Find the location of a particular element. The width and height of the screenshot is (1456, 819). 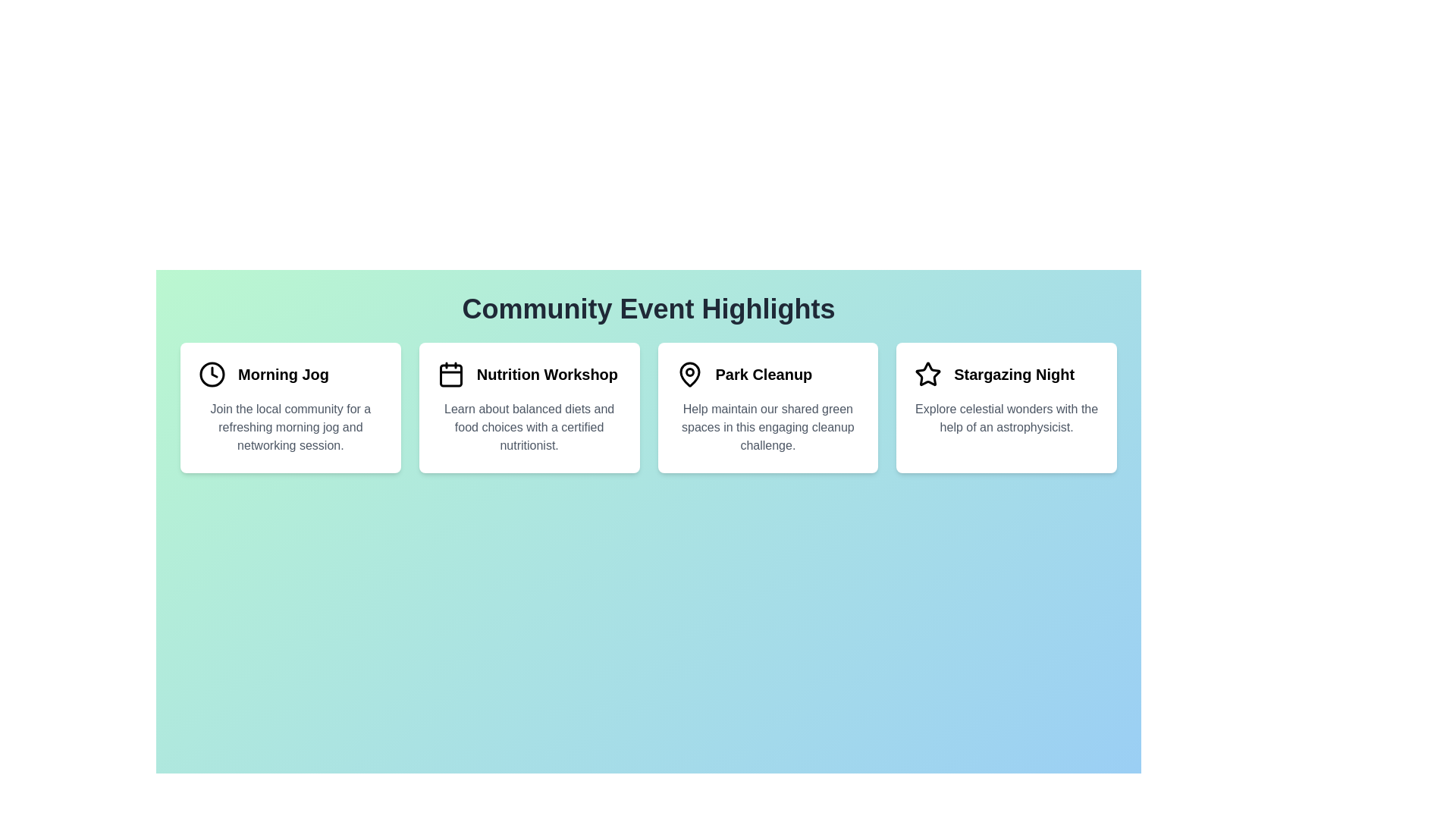

the descriptive text block located below the 'Morning Jog' title and clock icon, which provides additional information about the event is located at coordinates (290, 427).